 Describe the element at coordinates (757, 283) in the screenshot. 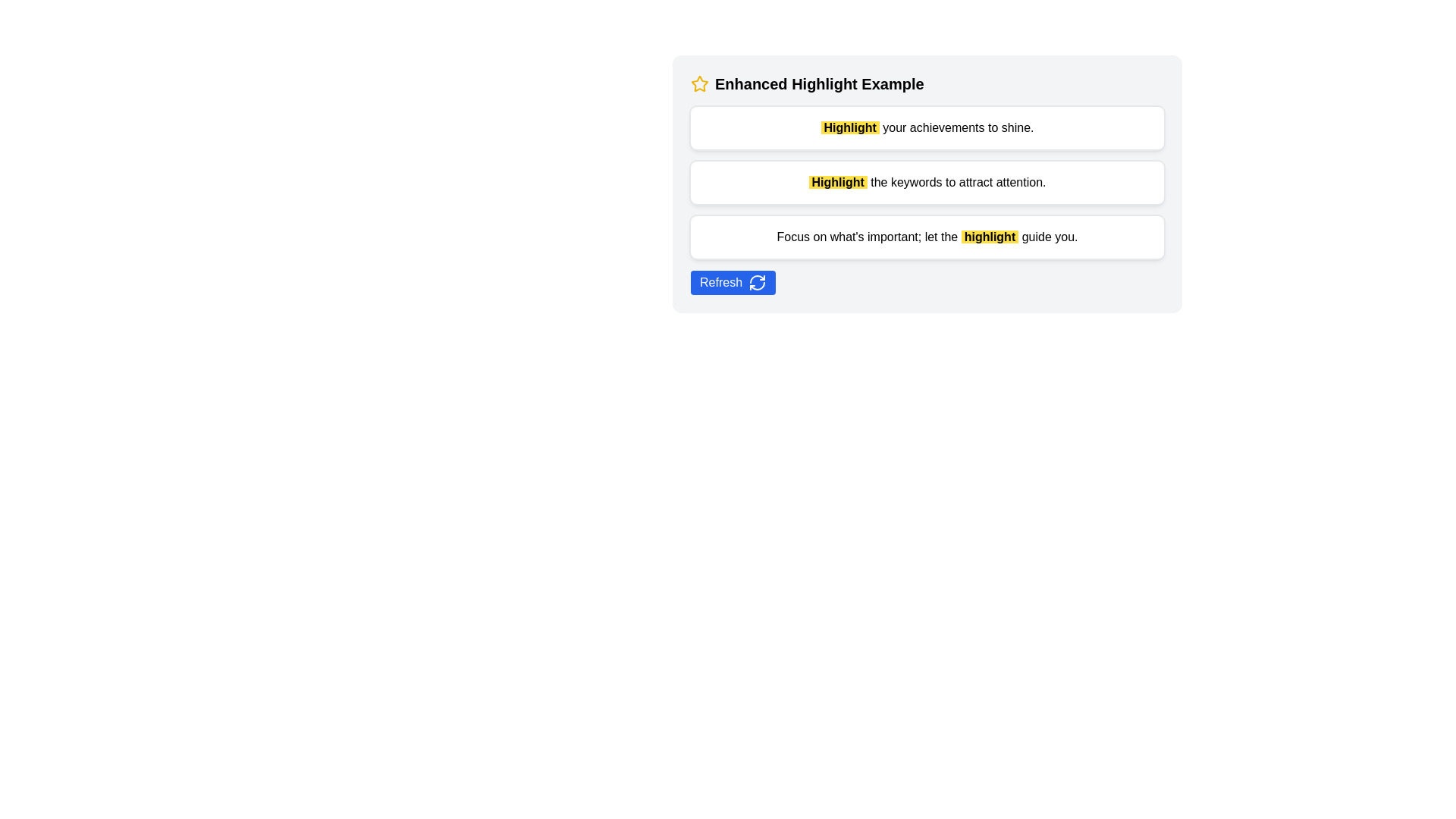

I see `the Refresh button, which contains the Refresh icon, located at the bottom of the interface` at that location.